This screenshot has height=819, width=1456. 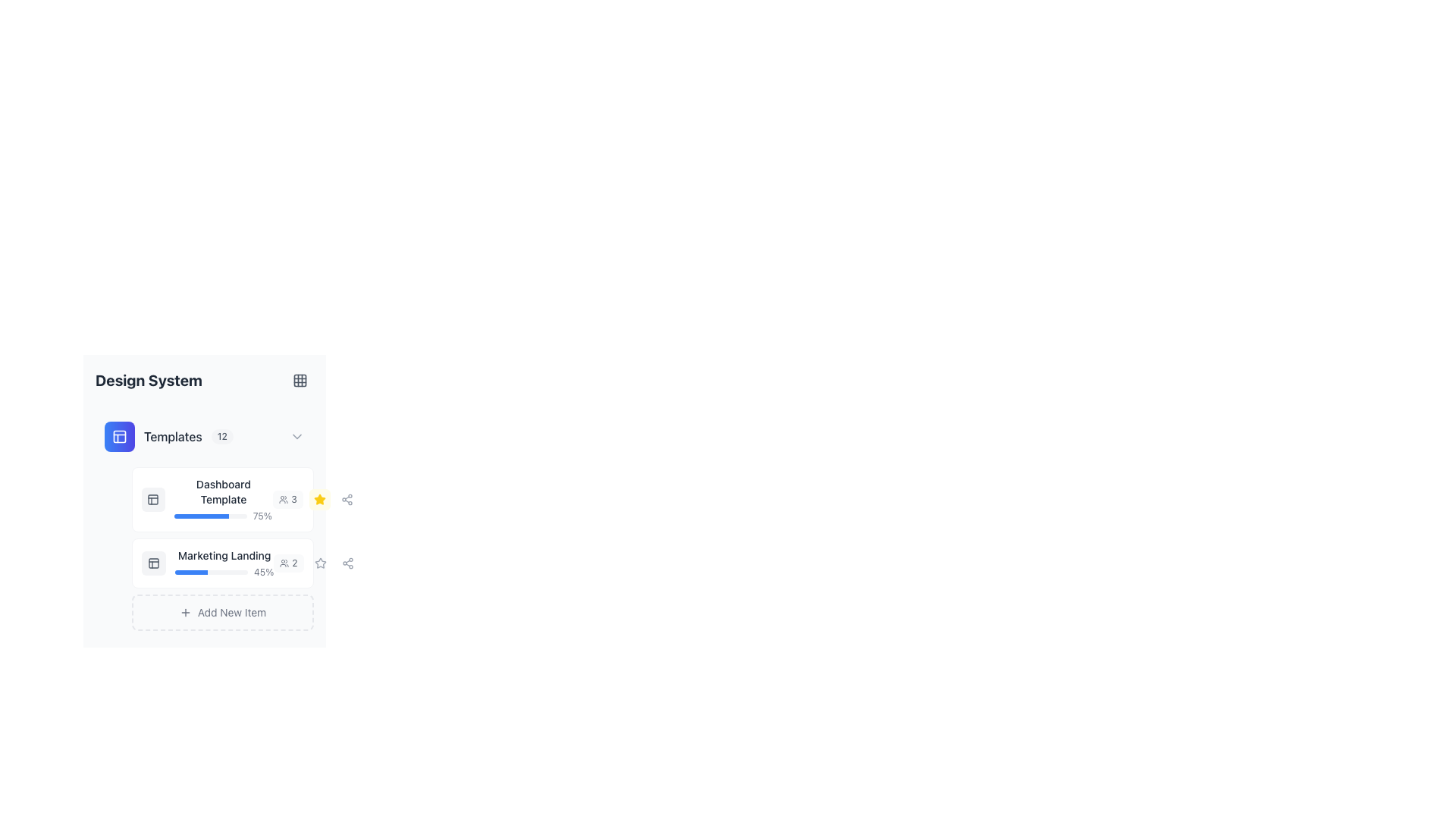 I want to click on the Progress Indicator displaying '75%' that is located below the 'Dashboard Template' text in a card-like UI section, so click(x=222, y=516).